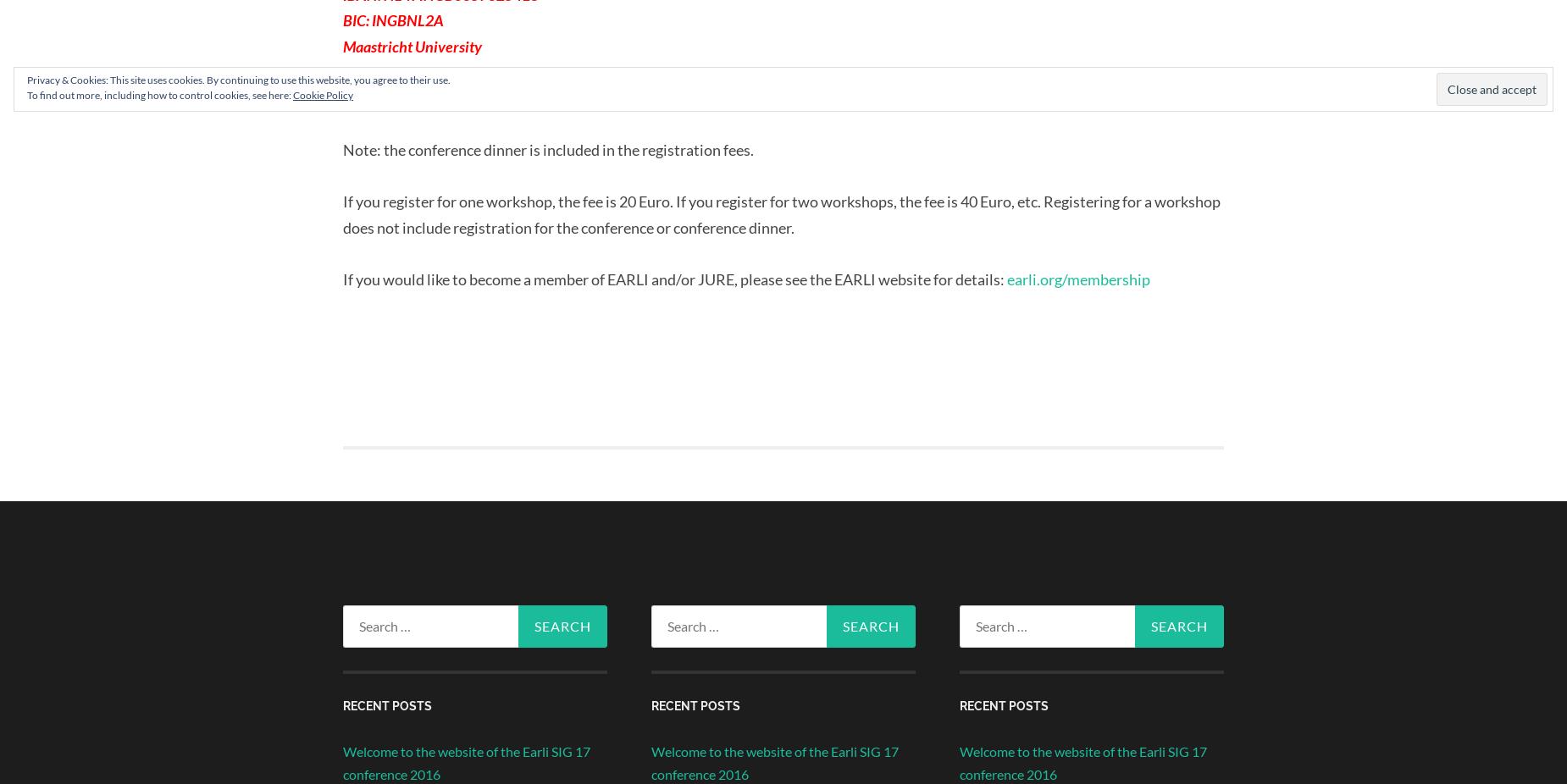 This screenshot has width=1567, height=784. Describe the element at coordinates (1077, 279) in the screenshot. I see `'earli.org/membership'` at that location.